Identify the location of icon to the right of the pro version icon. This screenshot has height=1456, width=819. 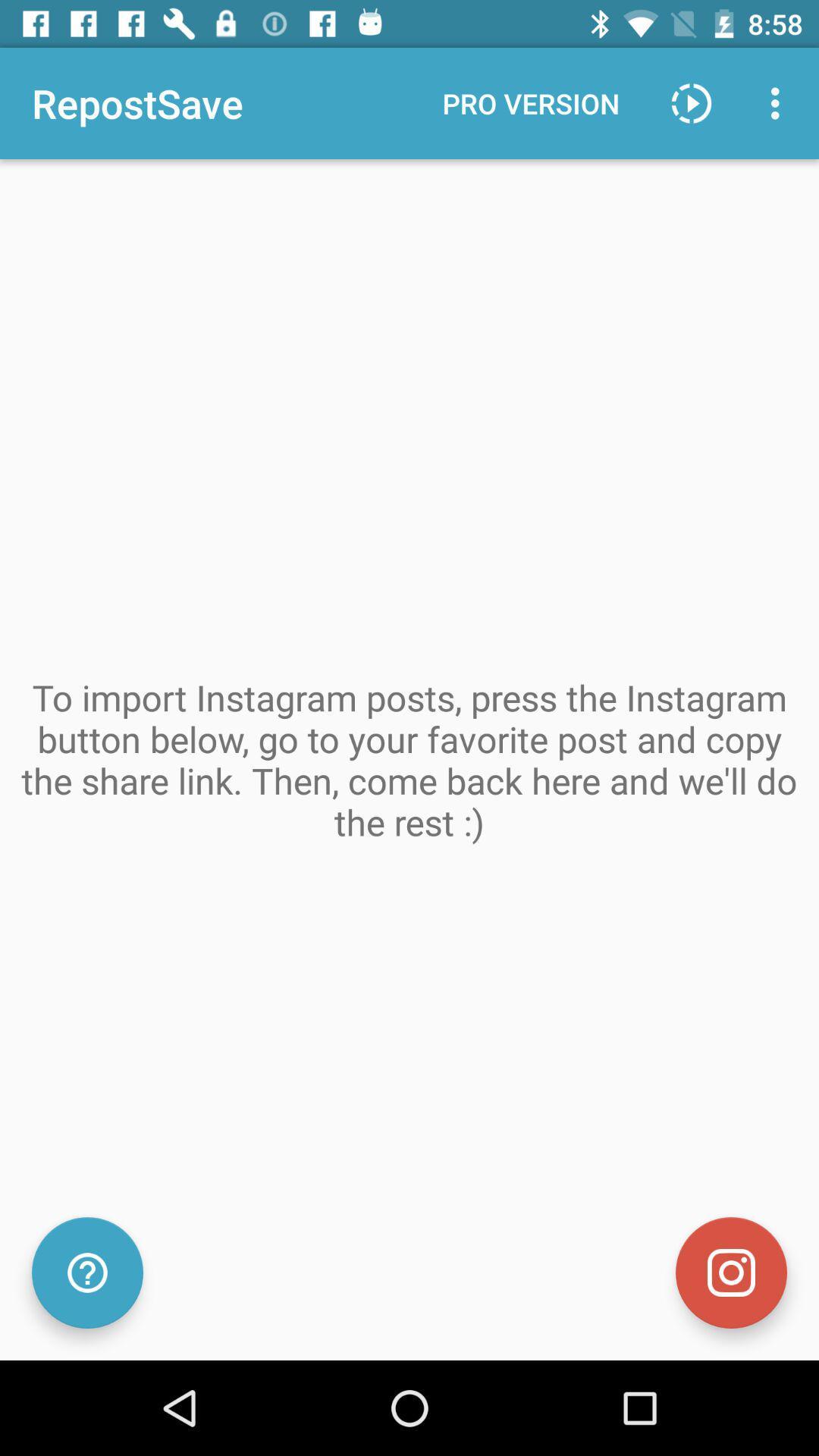
(691, 102).